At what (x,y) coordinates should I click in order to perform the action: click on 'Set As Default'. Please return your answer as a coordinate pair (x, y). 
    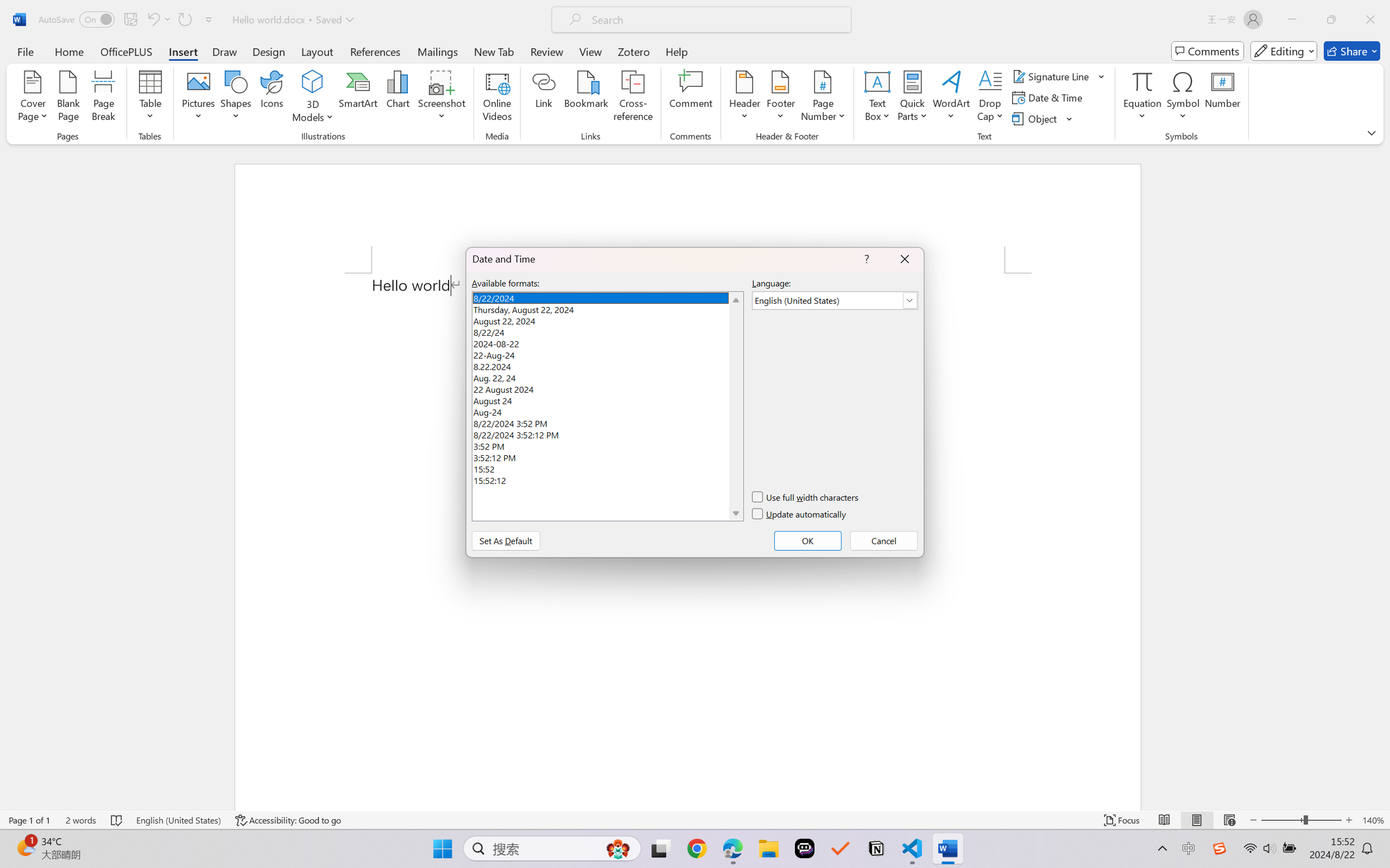
    Looking at the image, I should click on (505, 540).